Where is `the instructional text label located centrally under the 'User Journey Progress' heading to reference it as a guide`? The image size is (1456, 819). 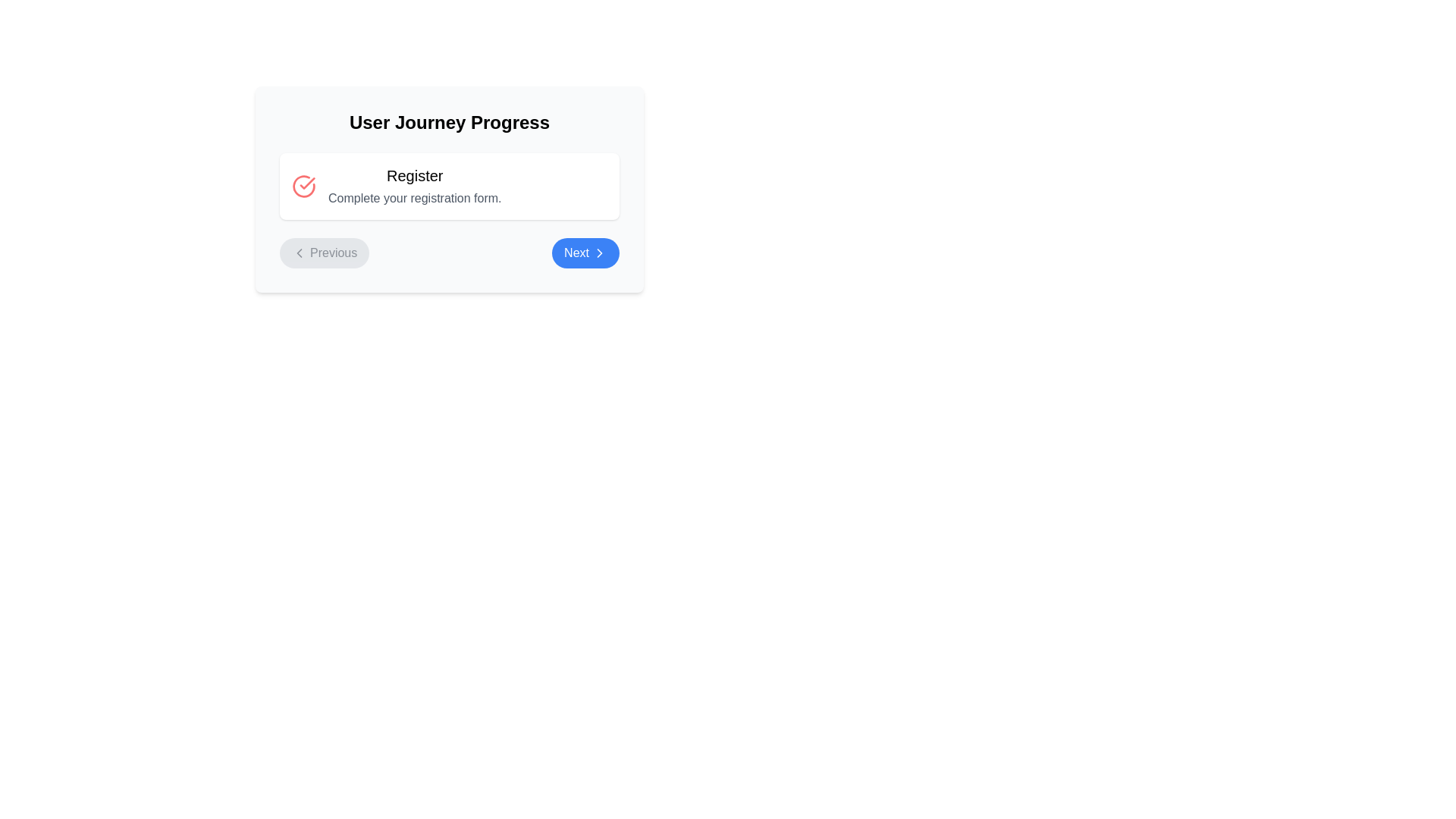 the instructional text label located centrally under the 'User Journey Progress' heading to reference it as a guide is located at coordinates (415, 198).